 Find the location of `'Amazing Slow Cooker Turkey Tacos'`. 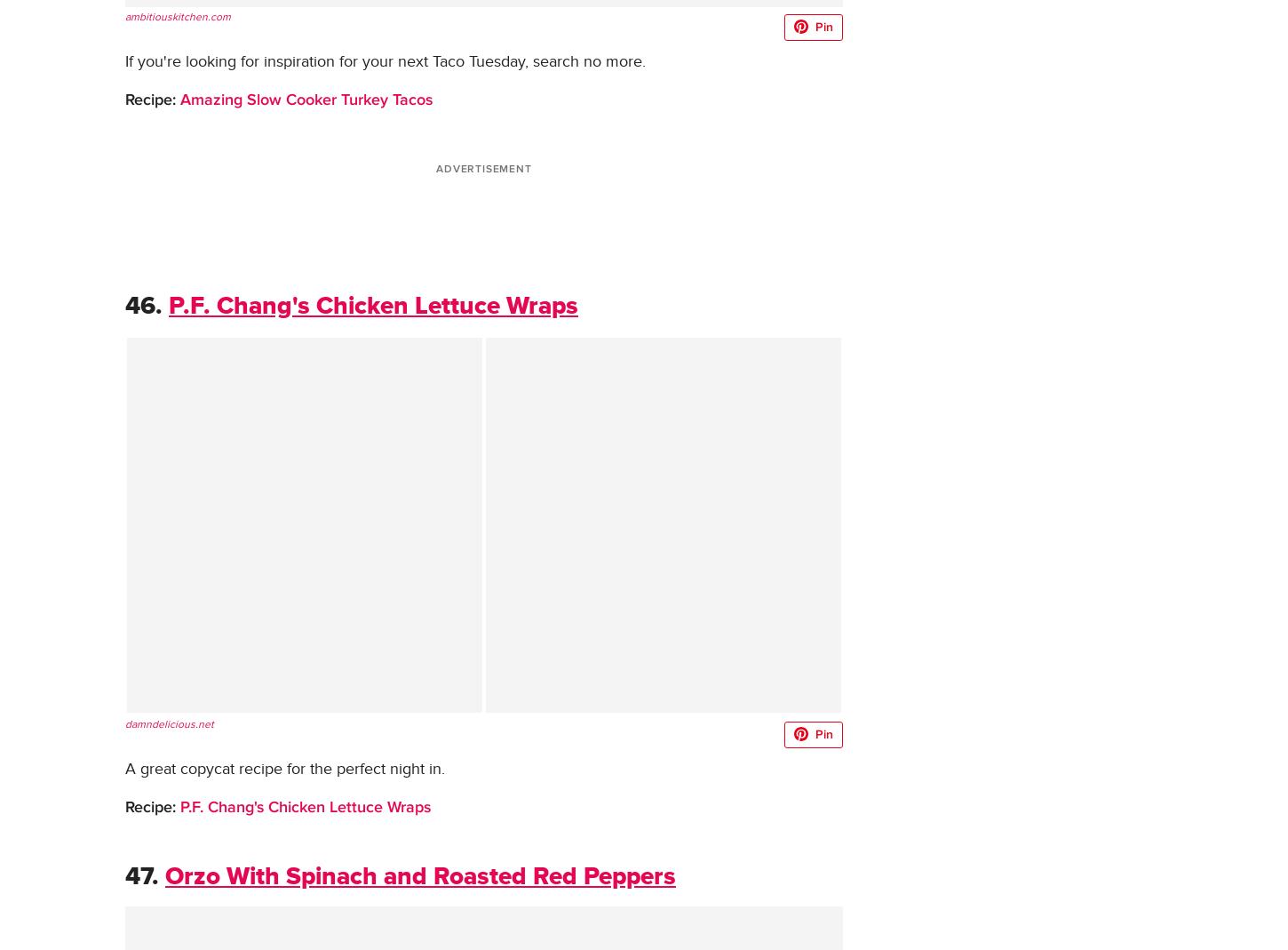

'Amazing Slow Cooker Turkey Tacos' is located at coordinates (175, 99).